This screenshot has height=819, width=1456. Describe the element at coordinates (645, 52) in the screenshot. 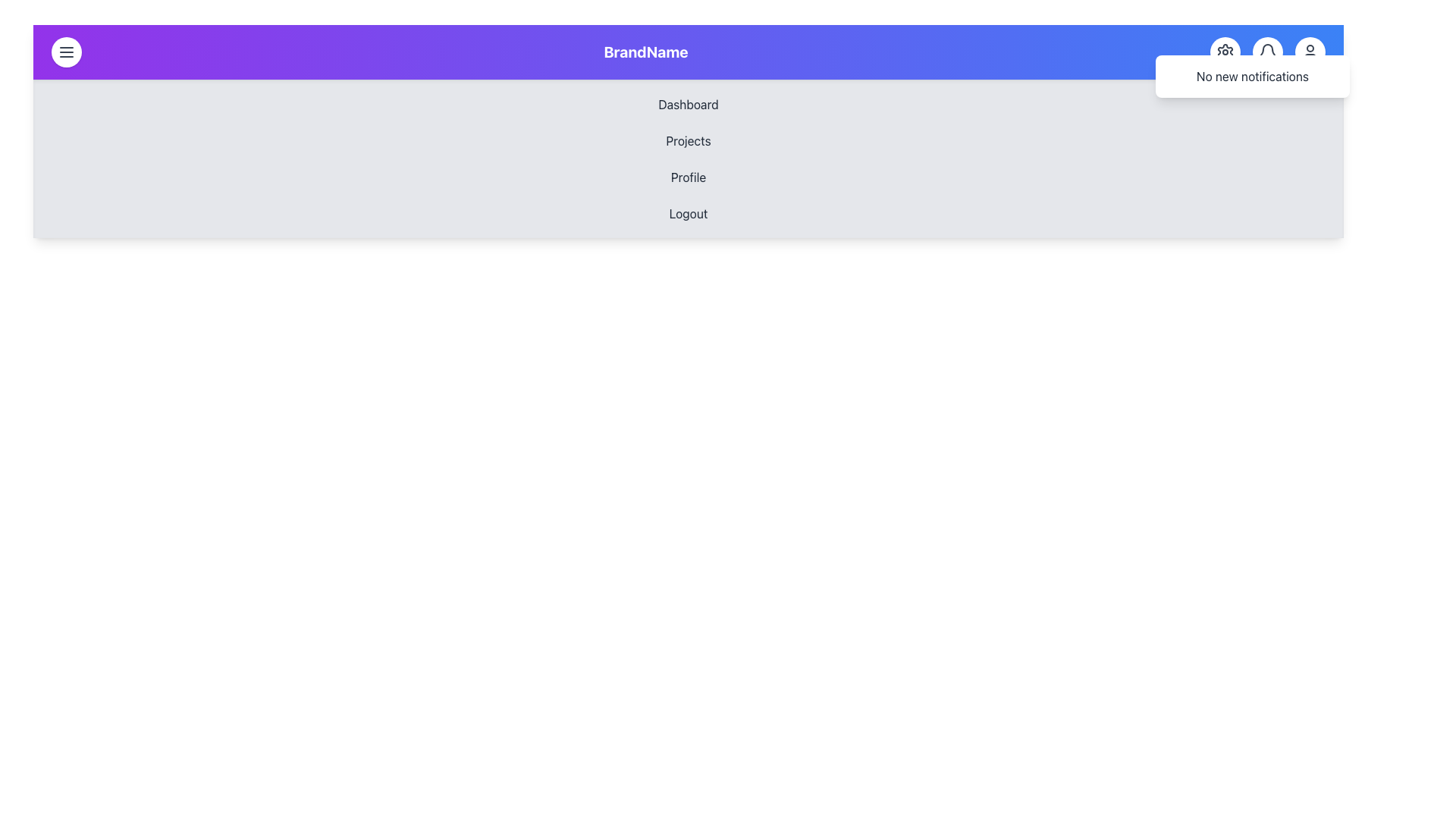

I see `the brand identifier text label located centrally in the navigation bar` at that location.